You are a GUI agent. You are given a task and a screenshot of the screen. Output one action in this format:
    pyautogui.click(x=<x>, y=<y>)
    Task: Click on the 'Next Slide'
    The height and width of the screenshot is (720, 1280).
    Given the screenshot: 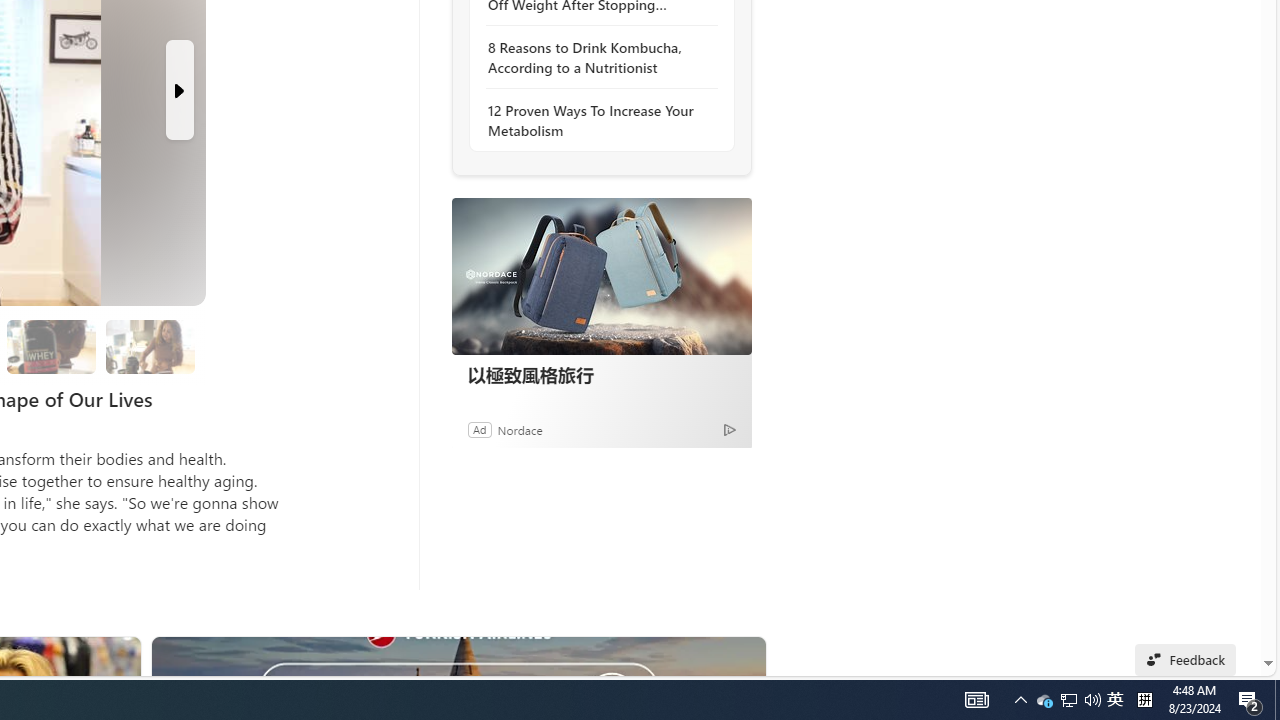 What is the action you would take?
    pyautogui.click(x=179, y=90)
    